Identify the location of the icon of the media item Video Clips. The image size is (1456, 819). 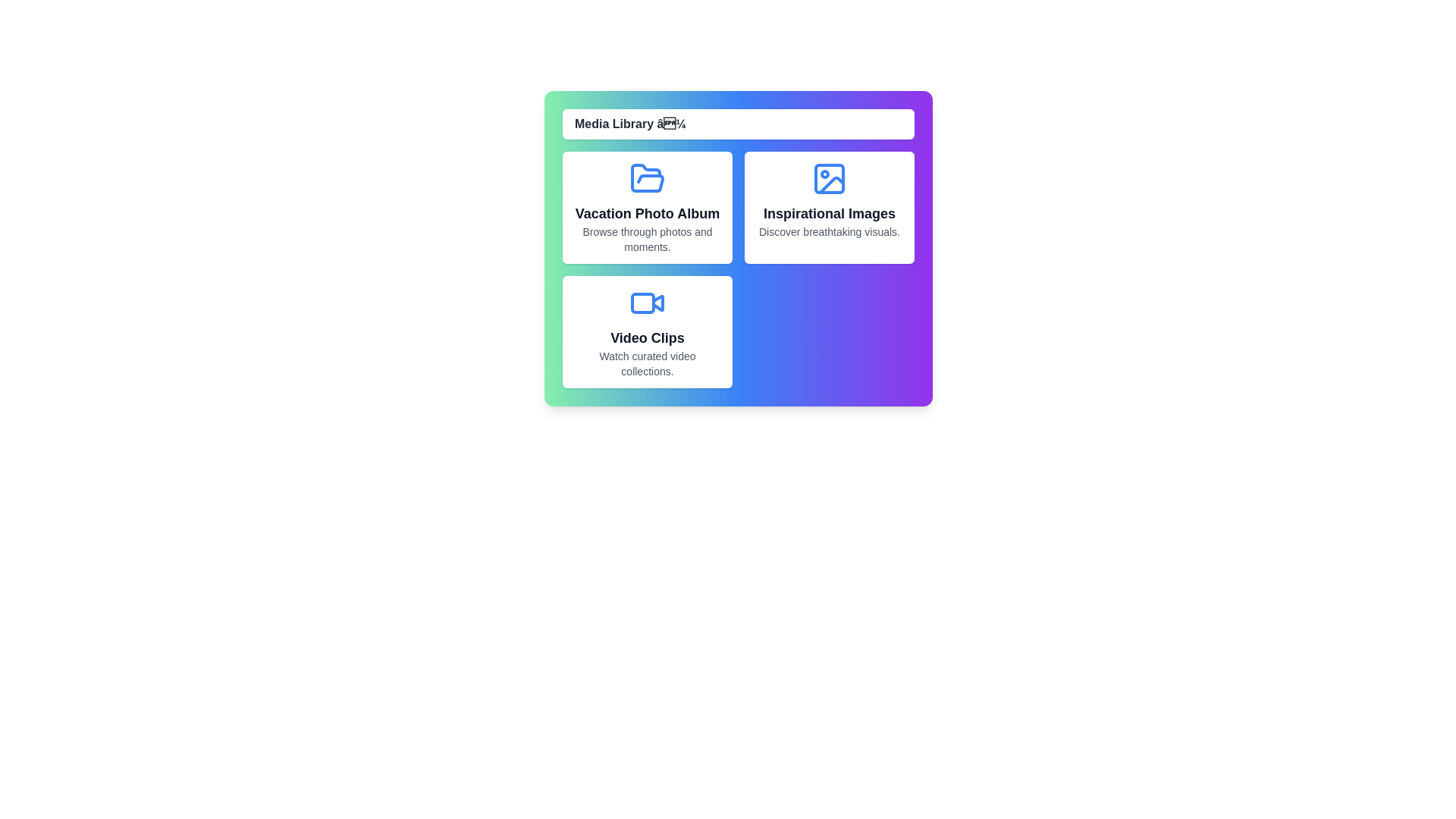
(648, 303).